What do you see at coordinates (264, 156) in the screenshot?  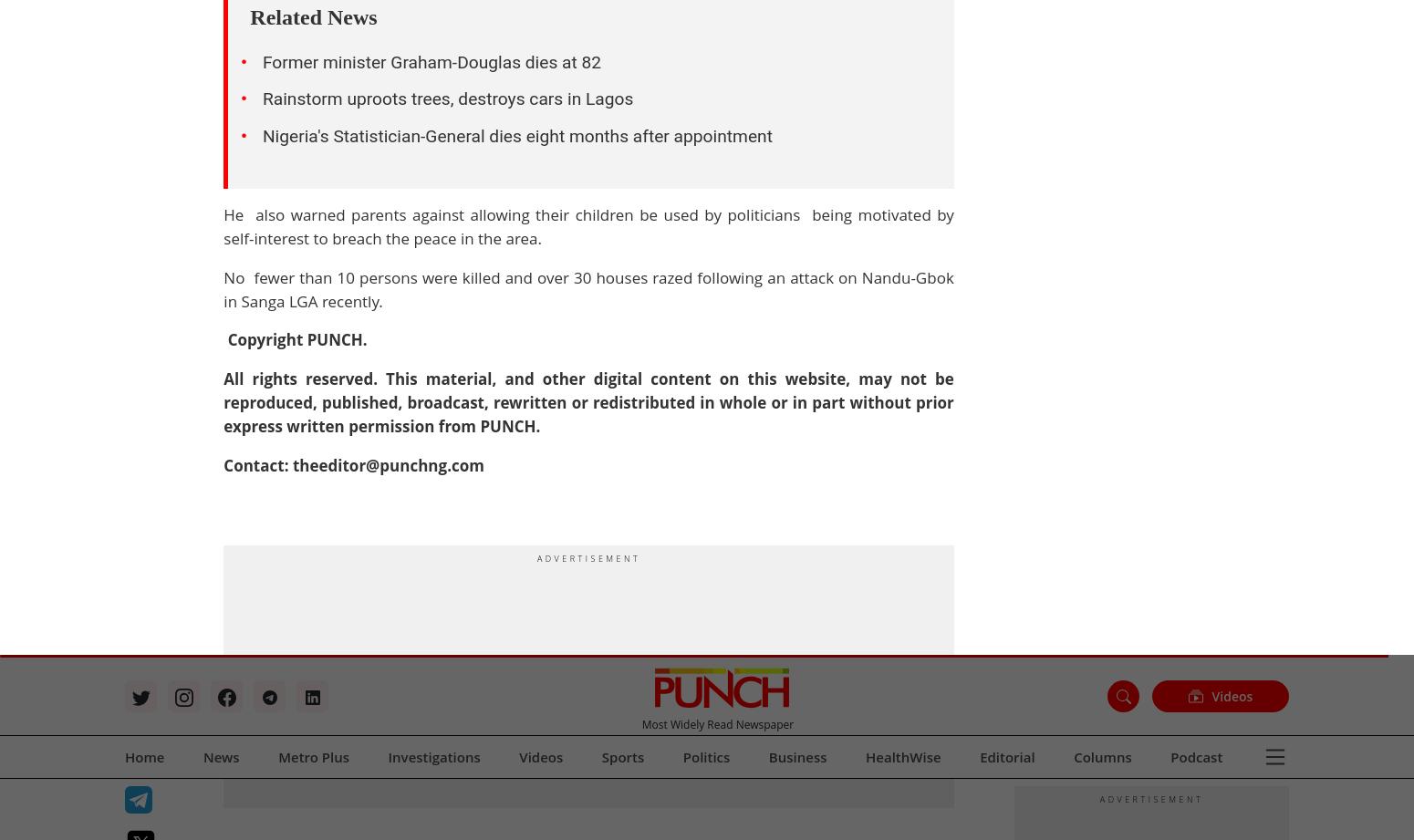 I see `'punchng.com © 1971- 2023 Punch Nigeria Limited'` at bounding box center [264, 156].